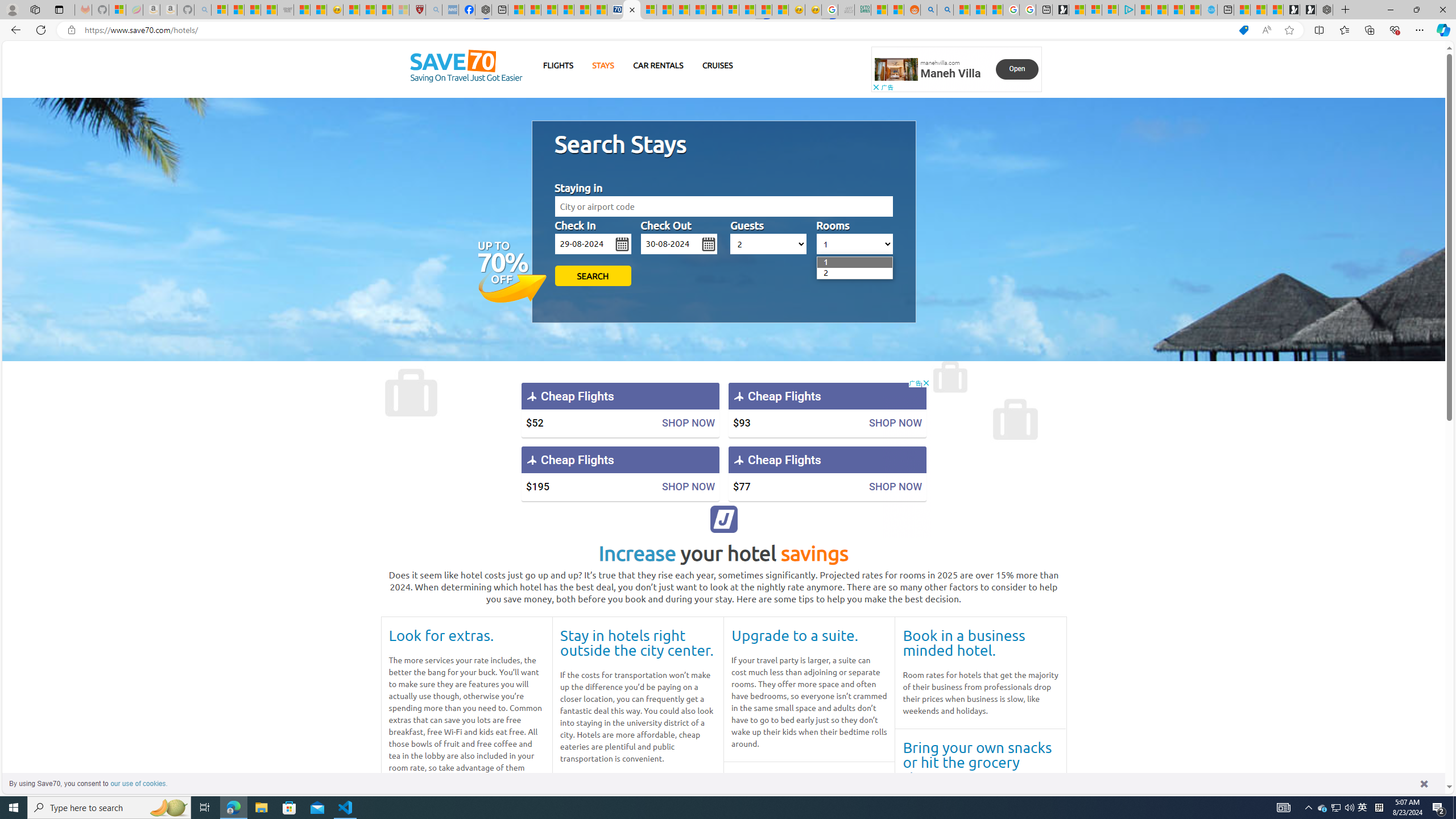 This screenshot has width=1456, height=819. Describe the element at coordinates (1016, 68) in the screenshot. I see `'Class: ns-pn6gp-e-2 svg-anchor text-button-final'` at that location.